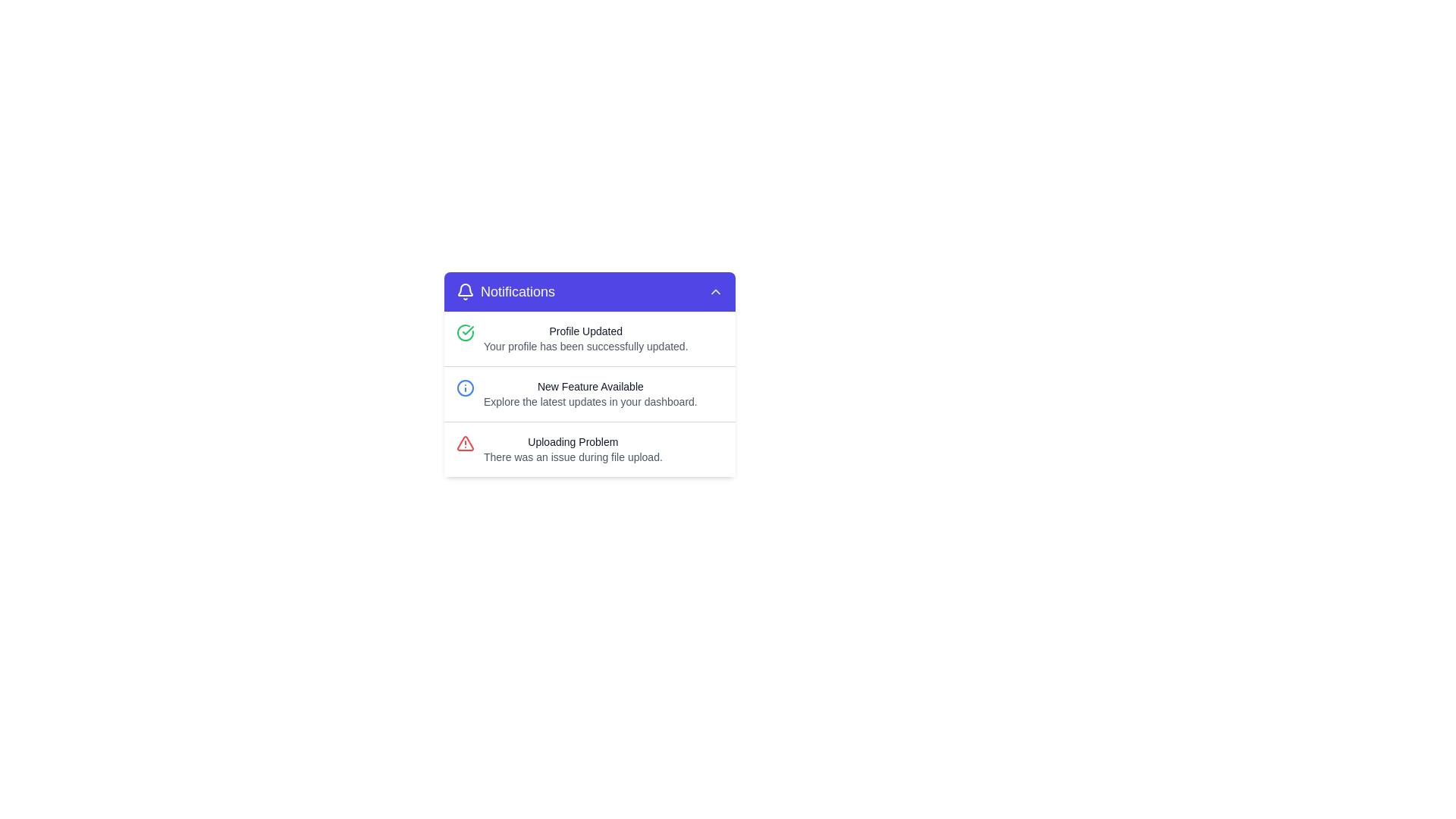  What do you see at coordinates (588, 338) in the screenshot?
I see `the first notification item in the notifications panel, which displays a green check icon and the text 'Profile Updated.'` at bounding box center [588, 338].